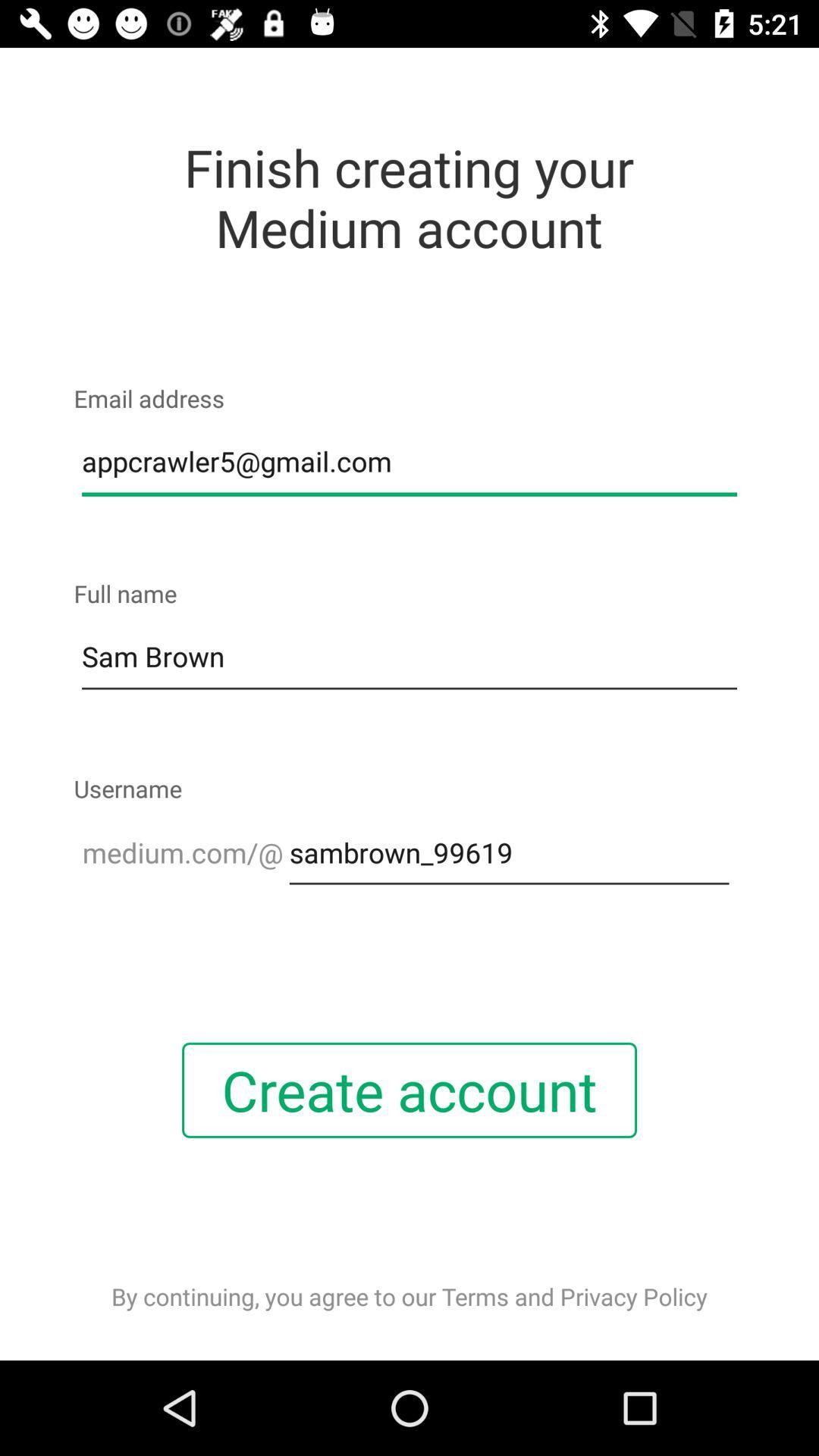  What do you see at coordinates (509, 852) in the screenshot?
I see `the item below username` at bounding box center [509, 852].